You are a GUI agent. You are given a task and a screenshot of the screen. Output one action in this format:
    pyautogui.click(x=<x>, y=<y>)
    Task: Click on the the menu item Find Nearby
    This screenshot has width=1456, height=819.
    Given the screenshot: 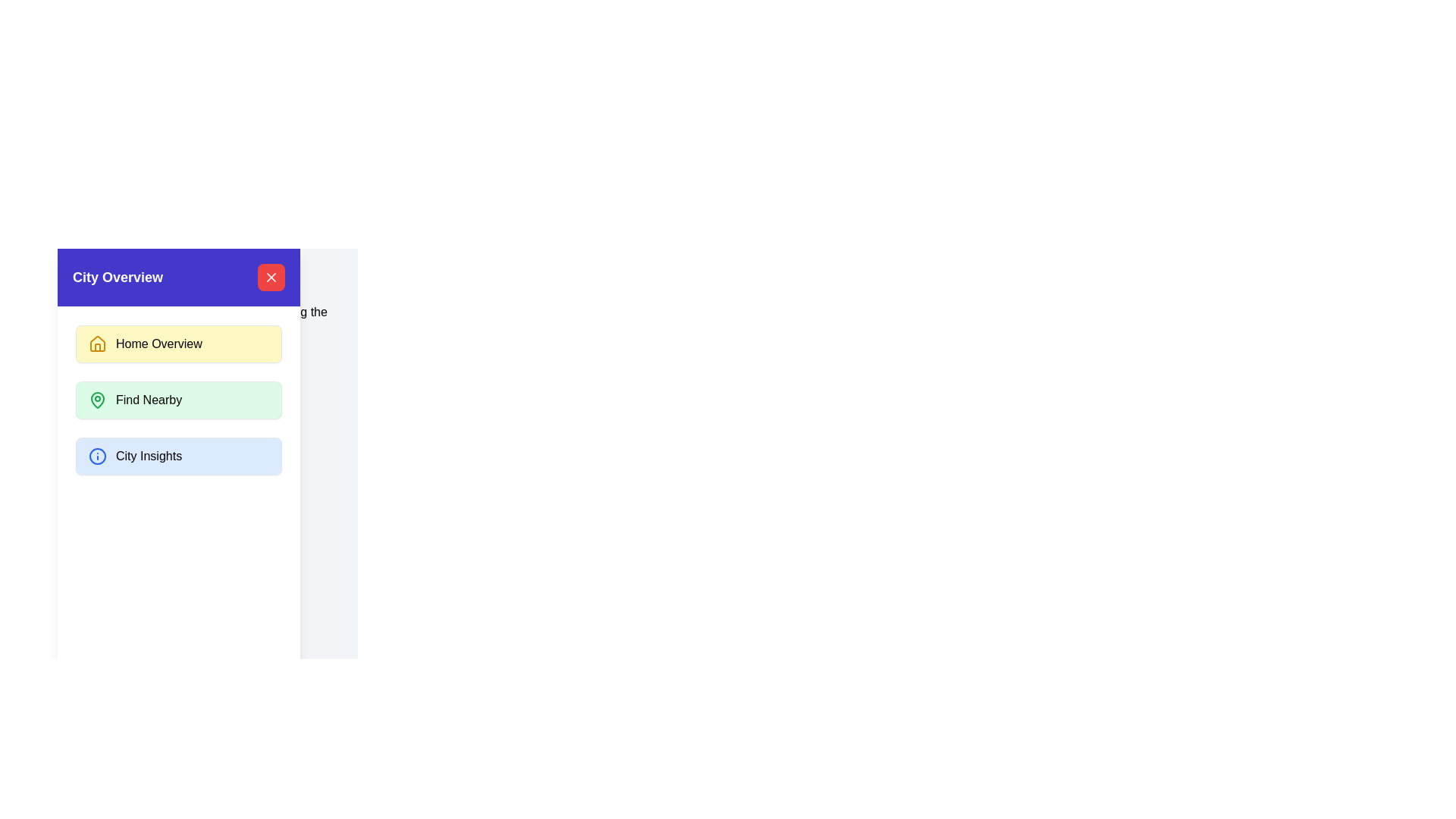 What is the action you would take?
    pyautogui.click(x=178, y=400)
    